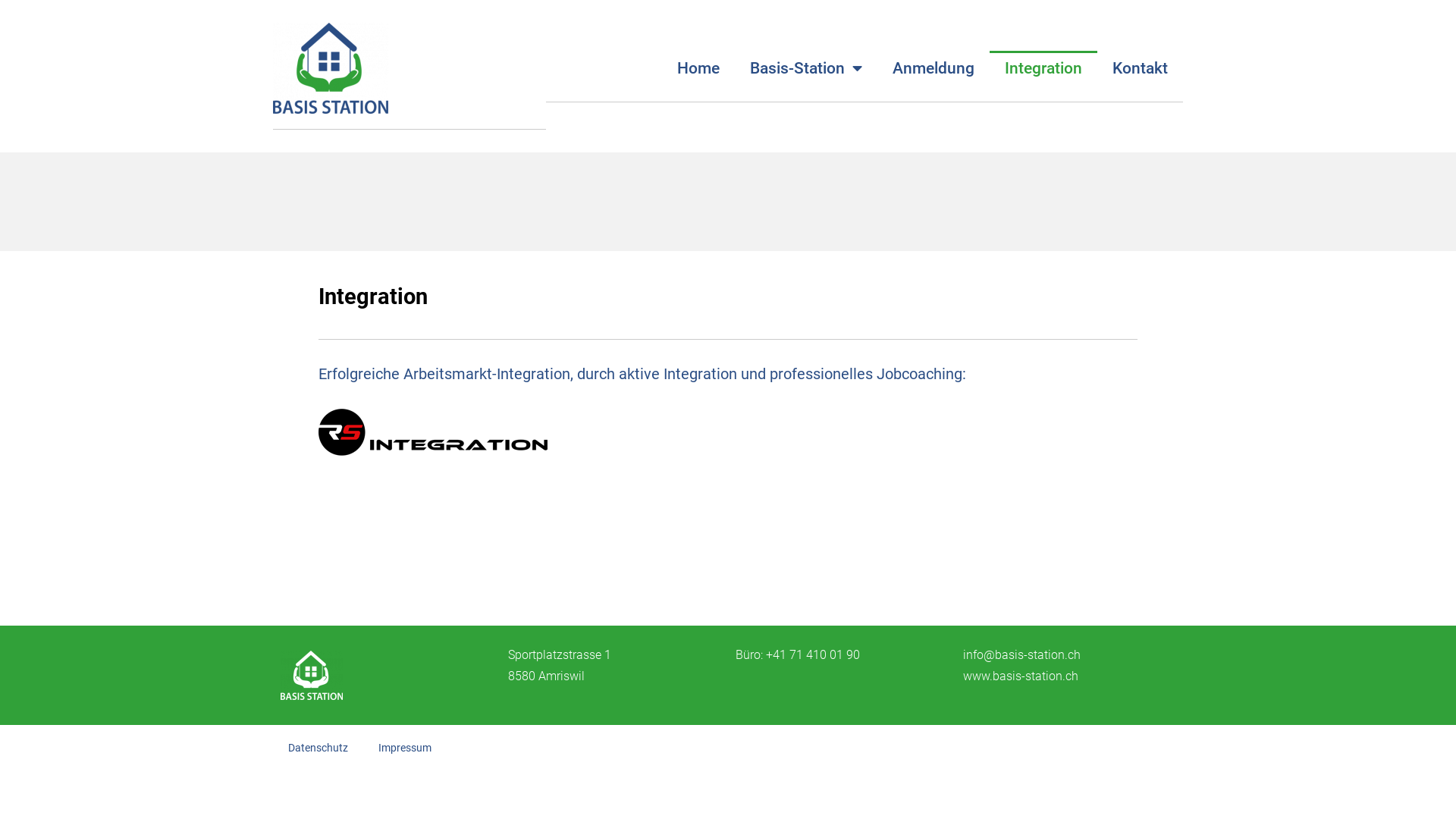 The height and width of the screenshot is (819, 1456). I want to click on 'Impressum', so click(404, 747).